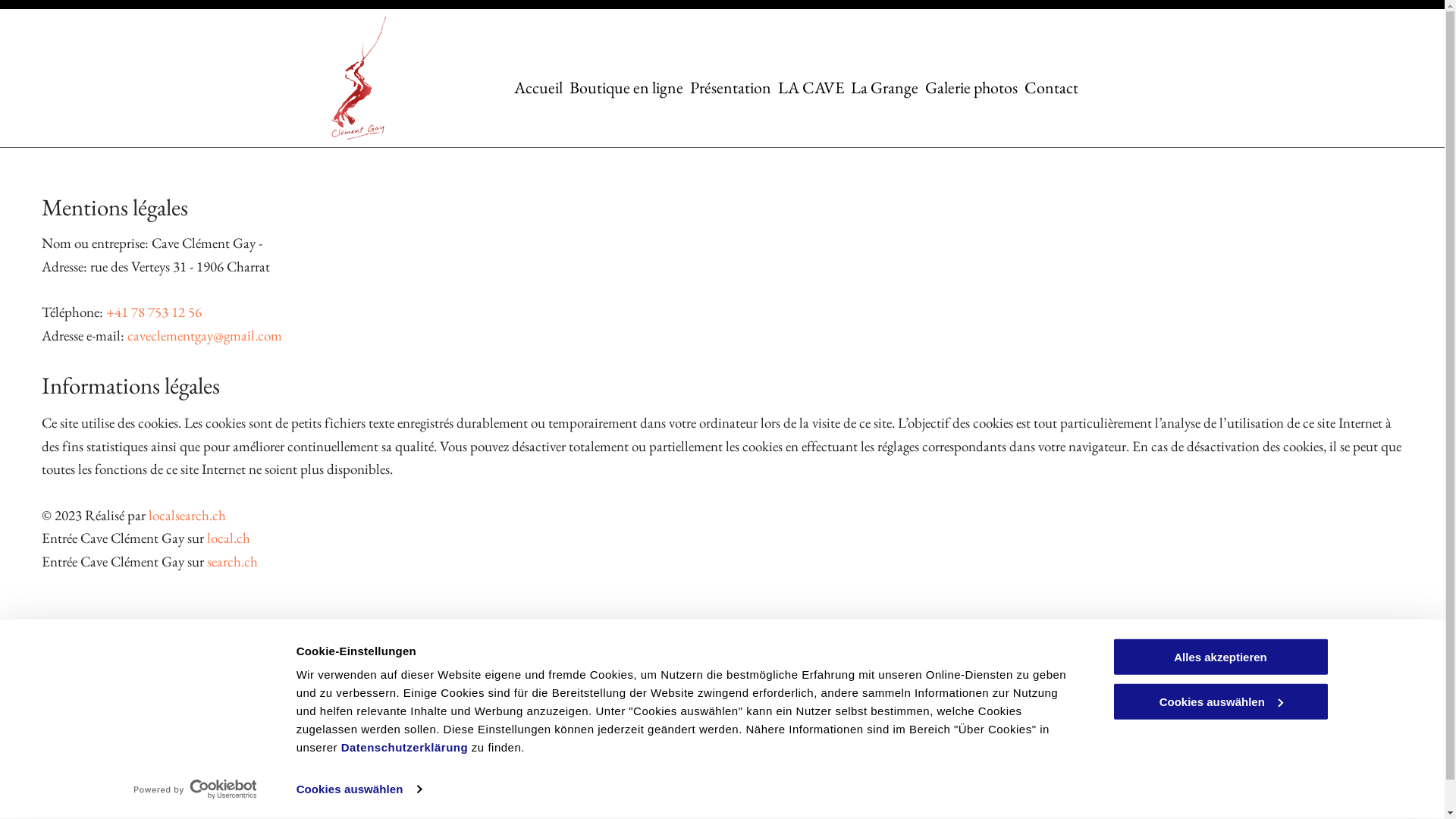  I want to click on 'search.ch', so click(231, 561).